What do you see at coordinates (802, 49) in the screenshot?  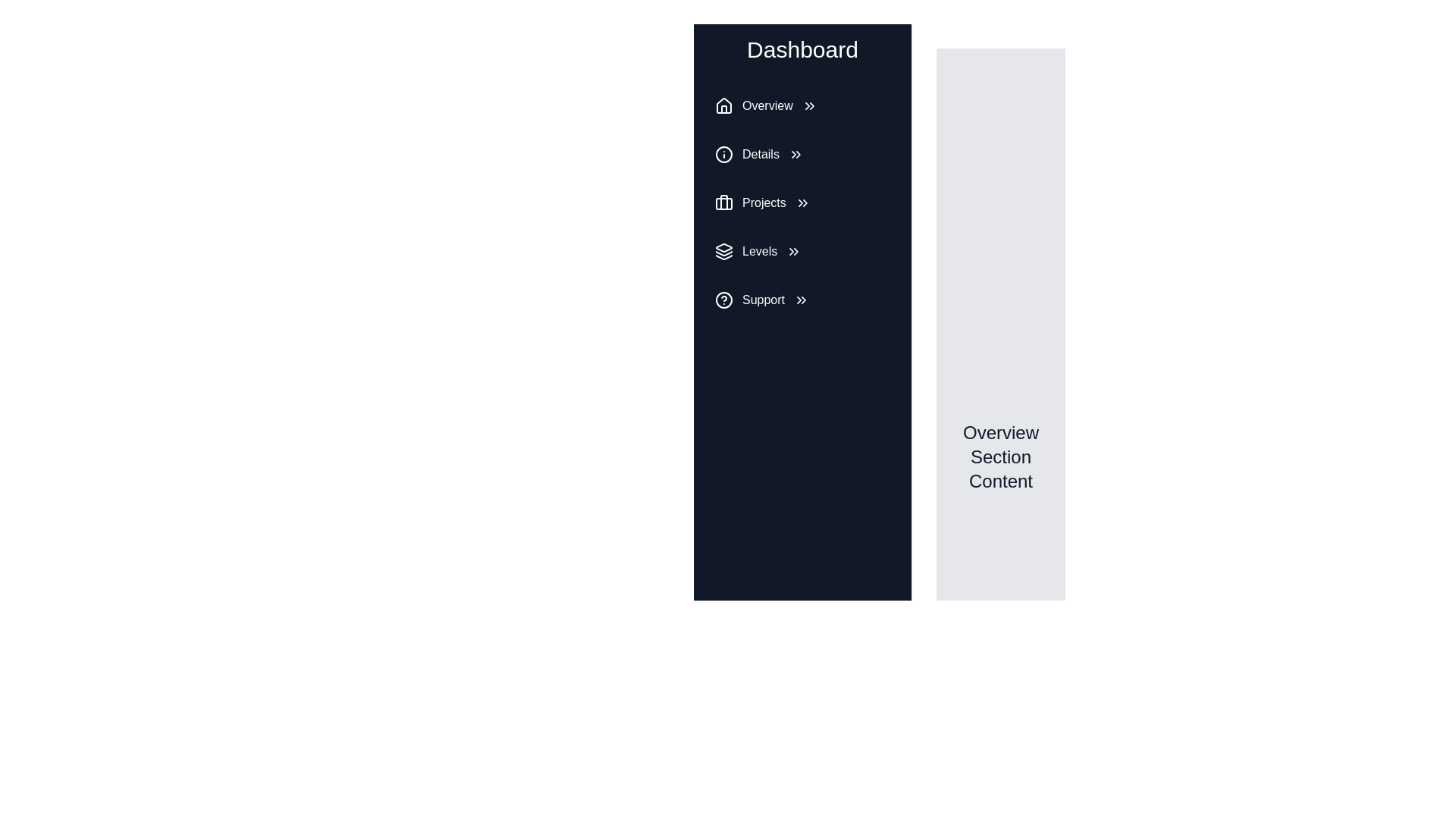 I see `the Static Text Header displaying 'Dashboard', which is a white text header located at the top of a dark sidebar` at bounding box center [802, 49].